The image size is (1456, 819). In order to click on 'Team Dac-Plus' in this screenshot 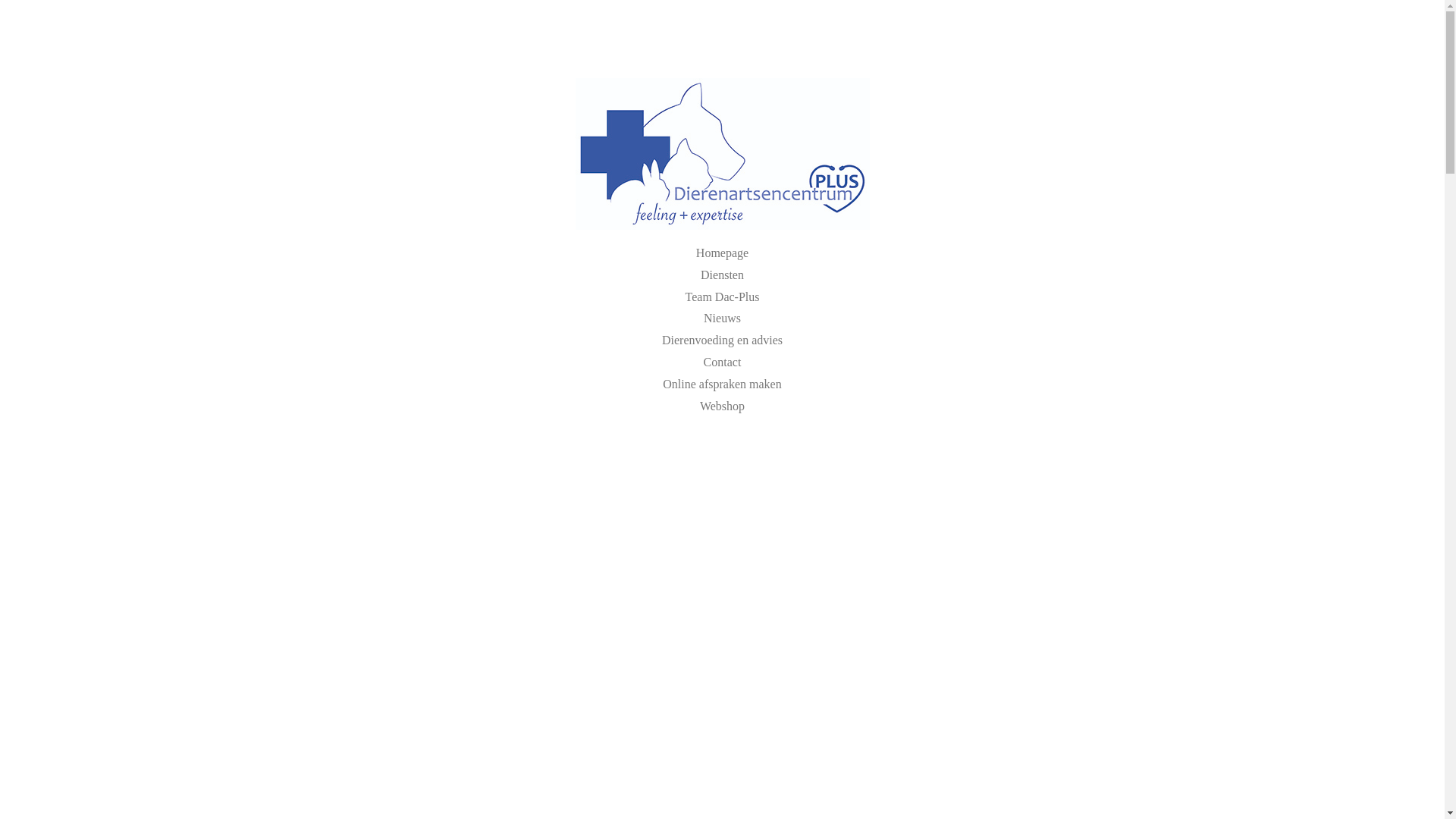, I will do `click(722, 297)`.